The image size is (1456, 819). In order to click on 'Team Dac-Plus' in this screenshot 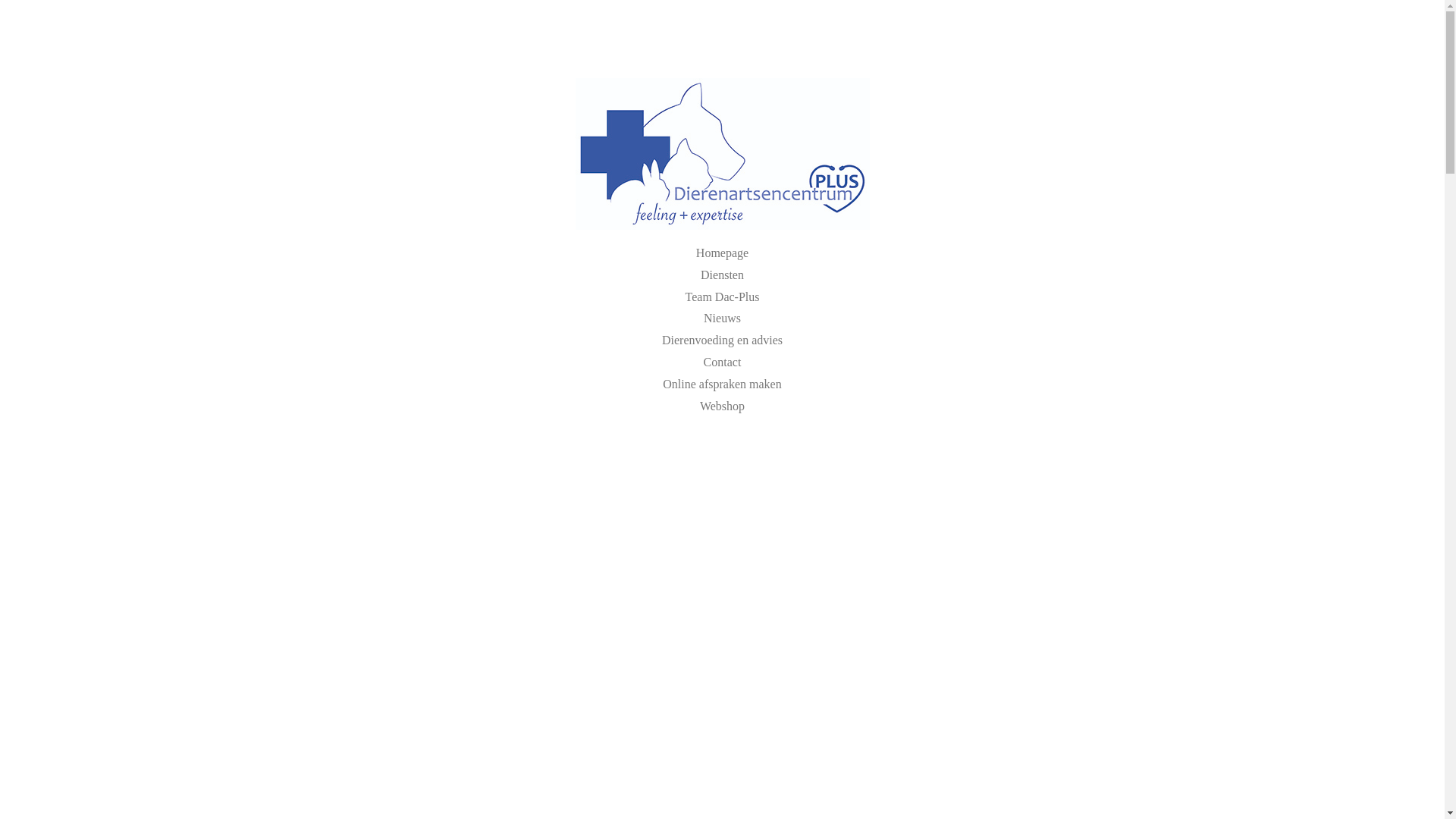, I will do `click(722, 297)`.